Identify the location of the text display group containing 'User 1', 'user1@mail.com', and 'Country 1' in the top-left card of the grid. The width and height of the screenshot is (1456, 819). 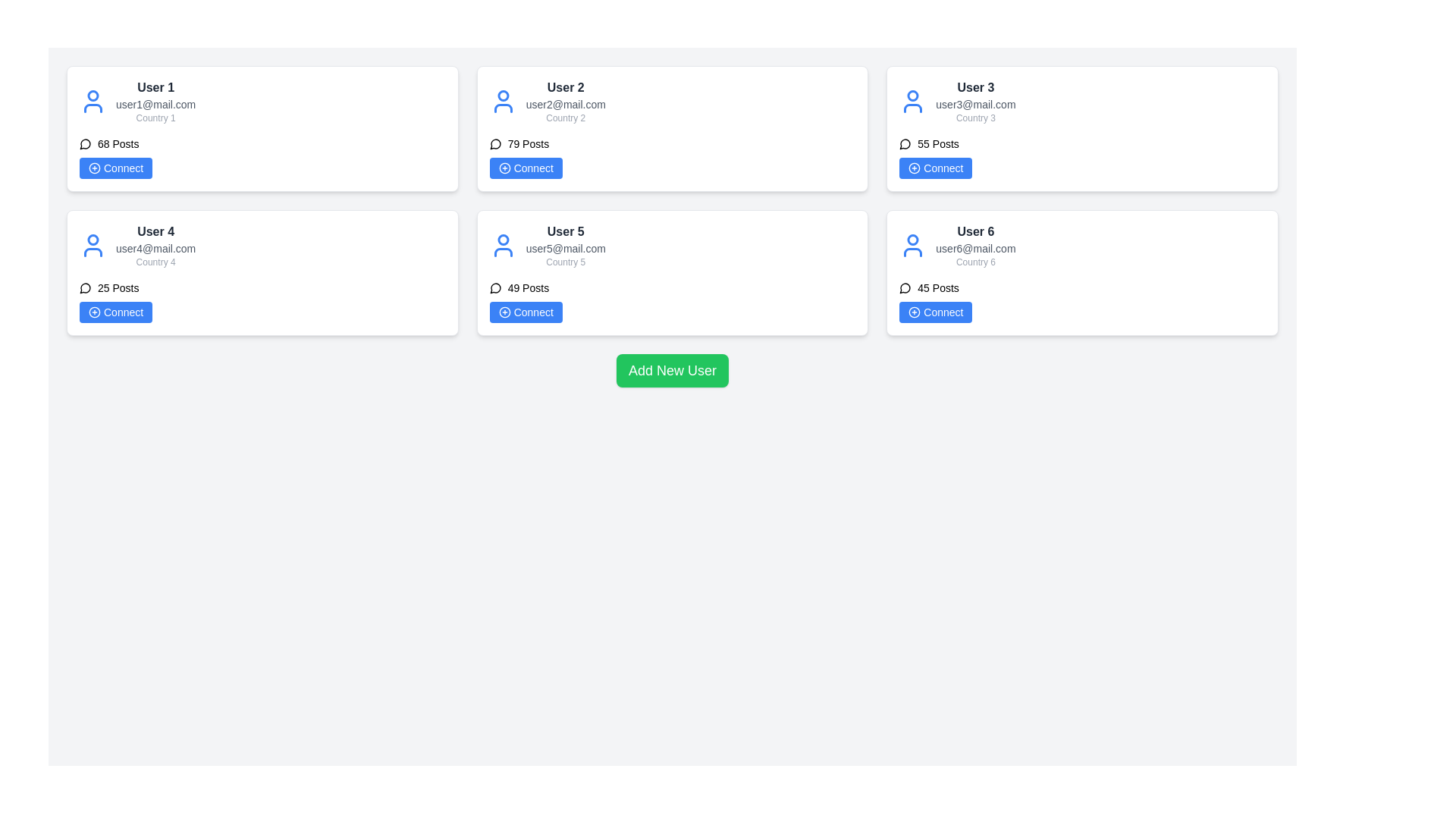
(155, 102).